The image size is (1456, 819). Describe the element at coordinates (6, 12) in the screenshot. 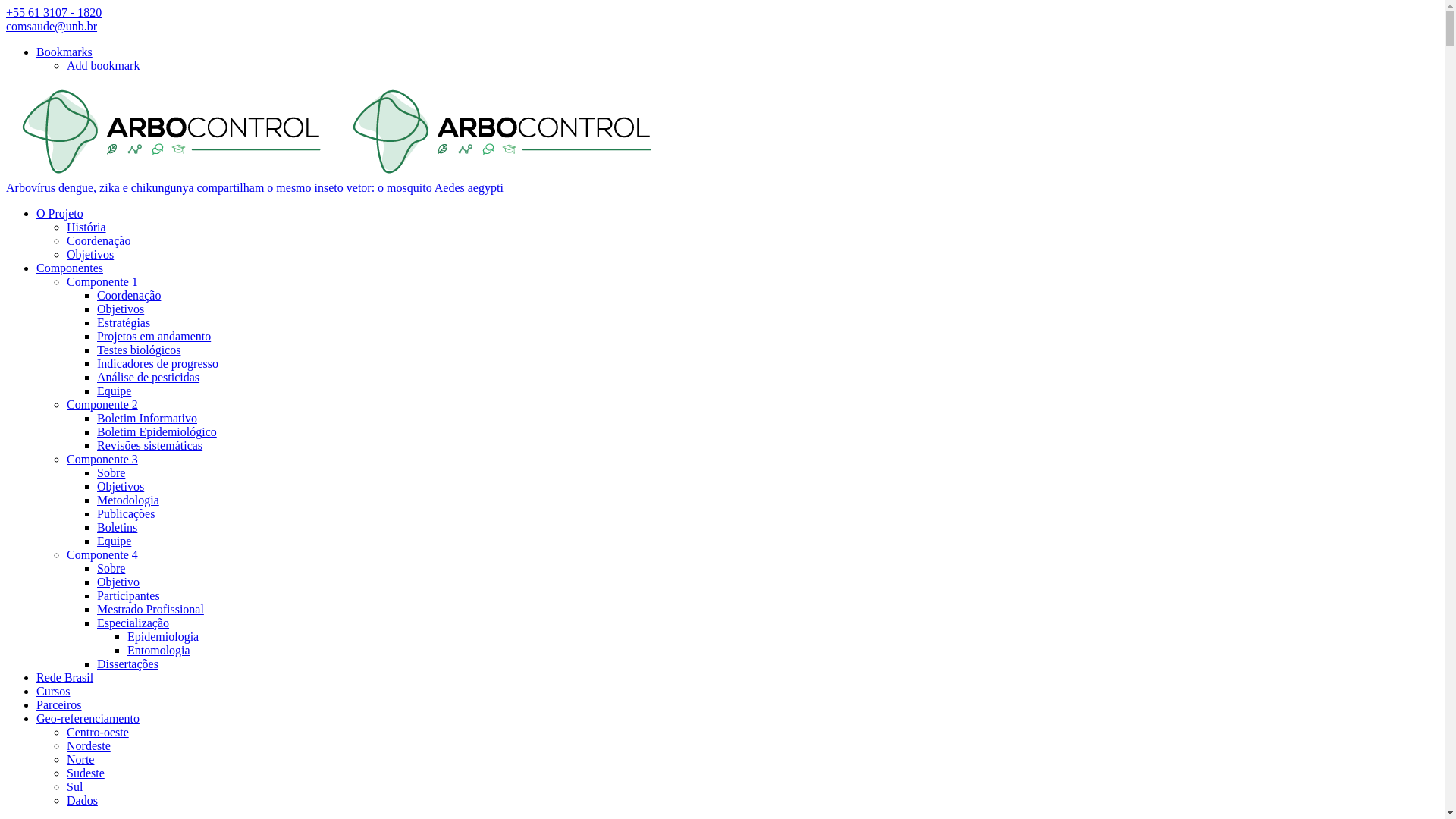

I see `'+55 61 3107 - 1820'` at that location.